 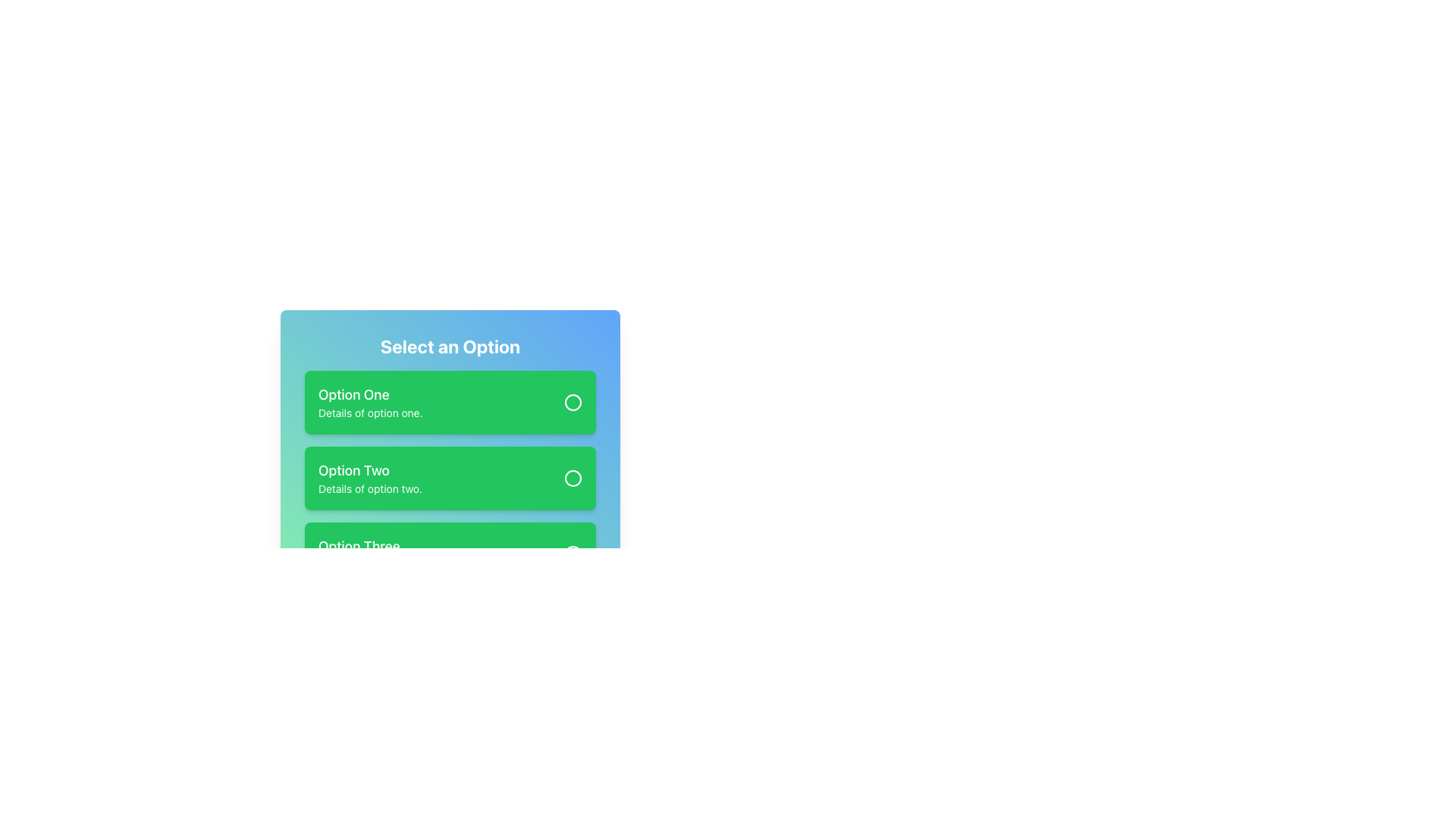 What do you see at coordinates (572, 402) in the screenshot?
I see `the circular radio button with a white stroke on a green background located at the right end of the section labeled 'Option One'` at bounding box center [572, 402].